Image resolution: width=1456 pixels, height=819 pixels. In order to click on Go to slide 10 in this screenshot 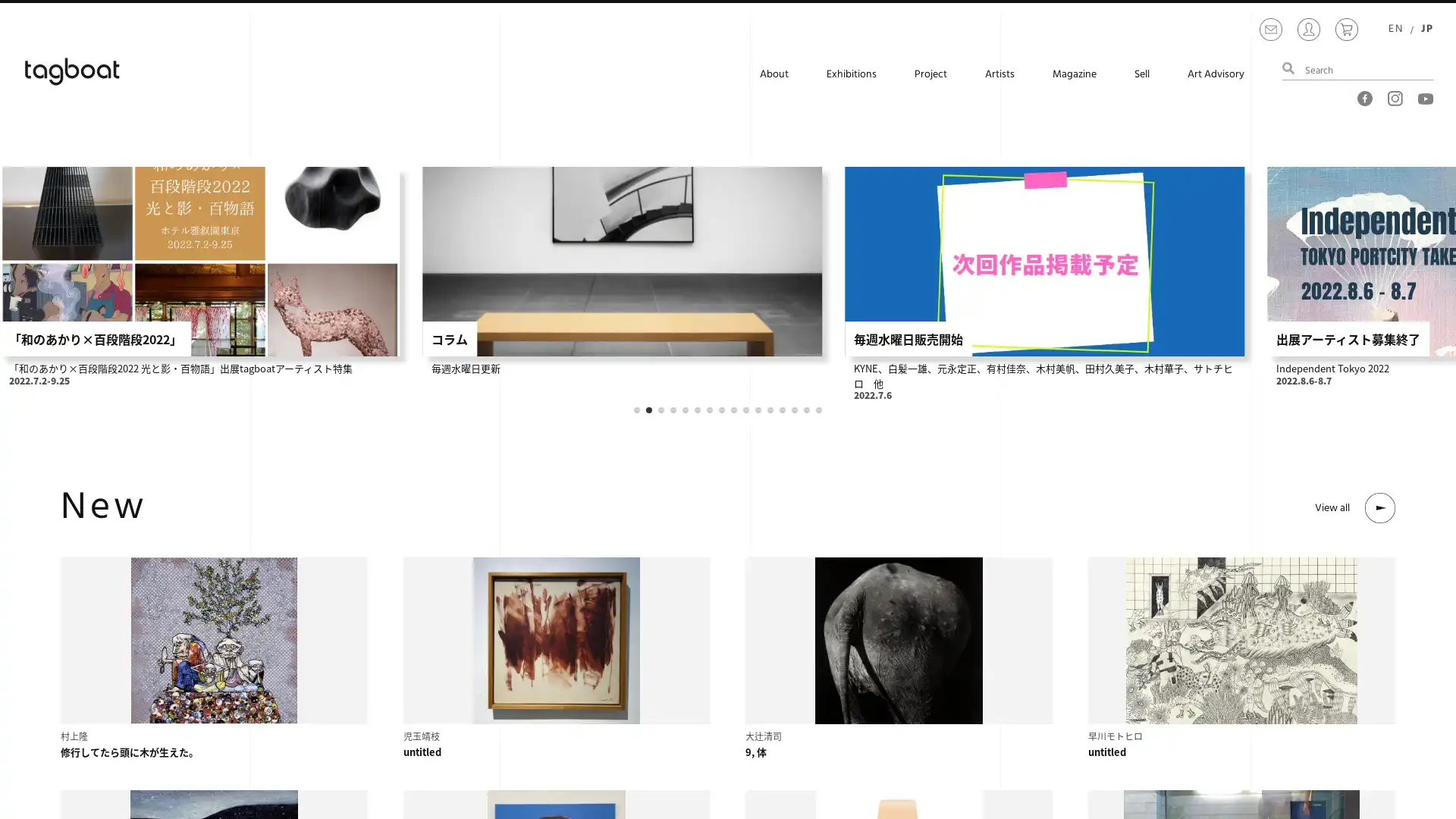, I will do `click(745, 409)`.